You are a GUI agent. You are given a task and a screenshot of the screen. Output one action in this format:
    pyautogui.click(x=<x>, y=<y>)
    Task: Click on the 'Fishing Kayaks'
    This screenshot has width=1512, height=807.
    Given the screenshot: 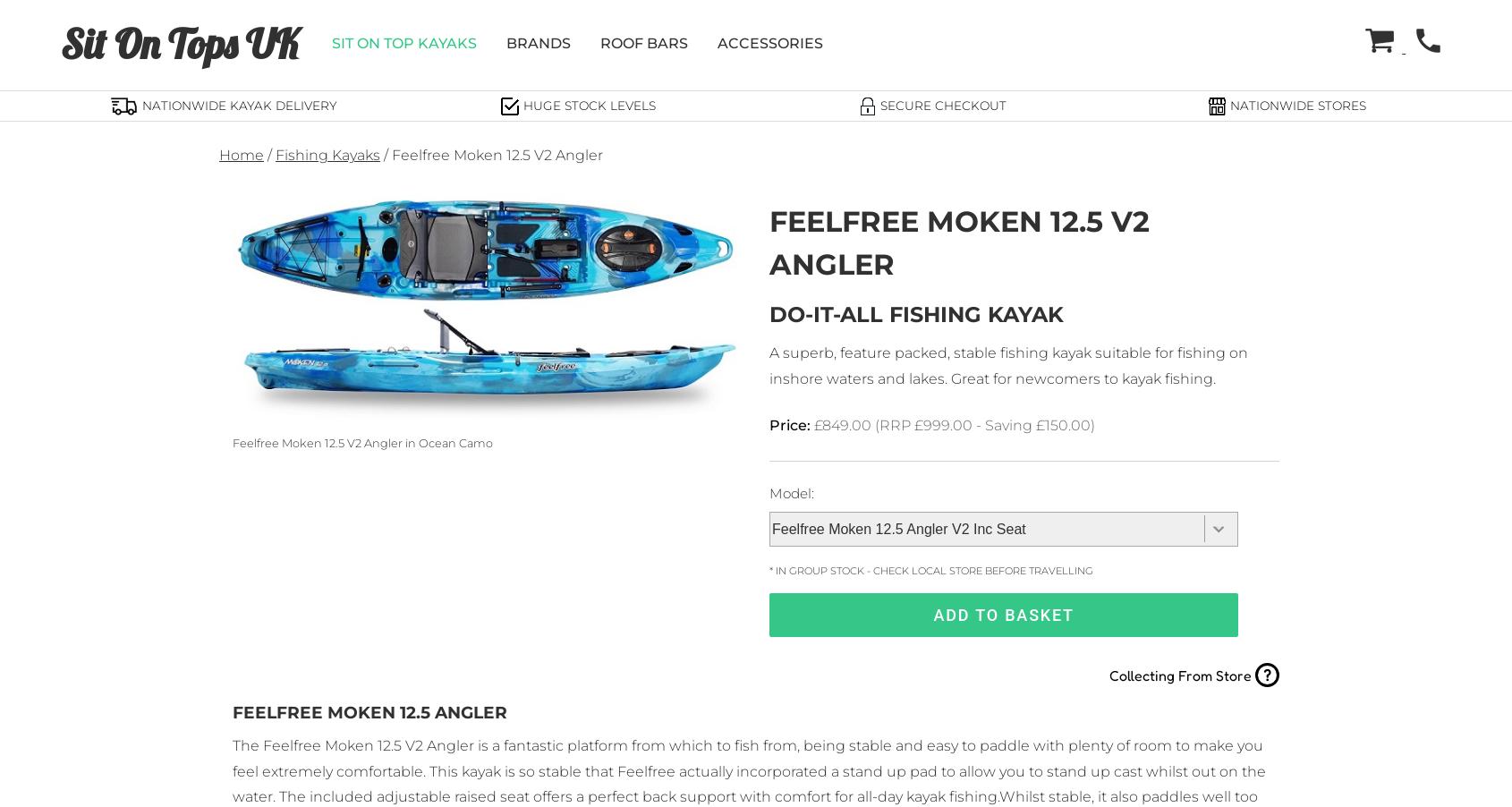 What is the action you would take?
    pyautogui.click(x=275, y=154)
    